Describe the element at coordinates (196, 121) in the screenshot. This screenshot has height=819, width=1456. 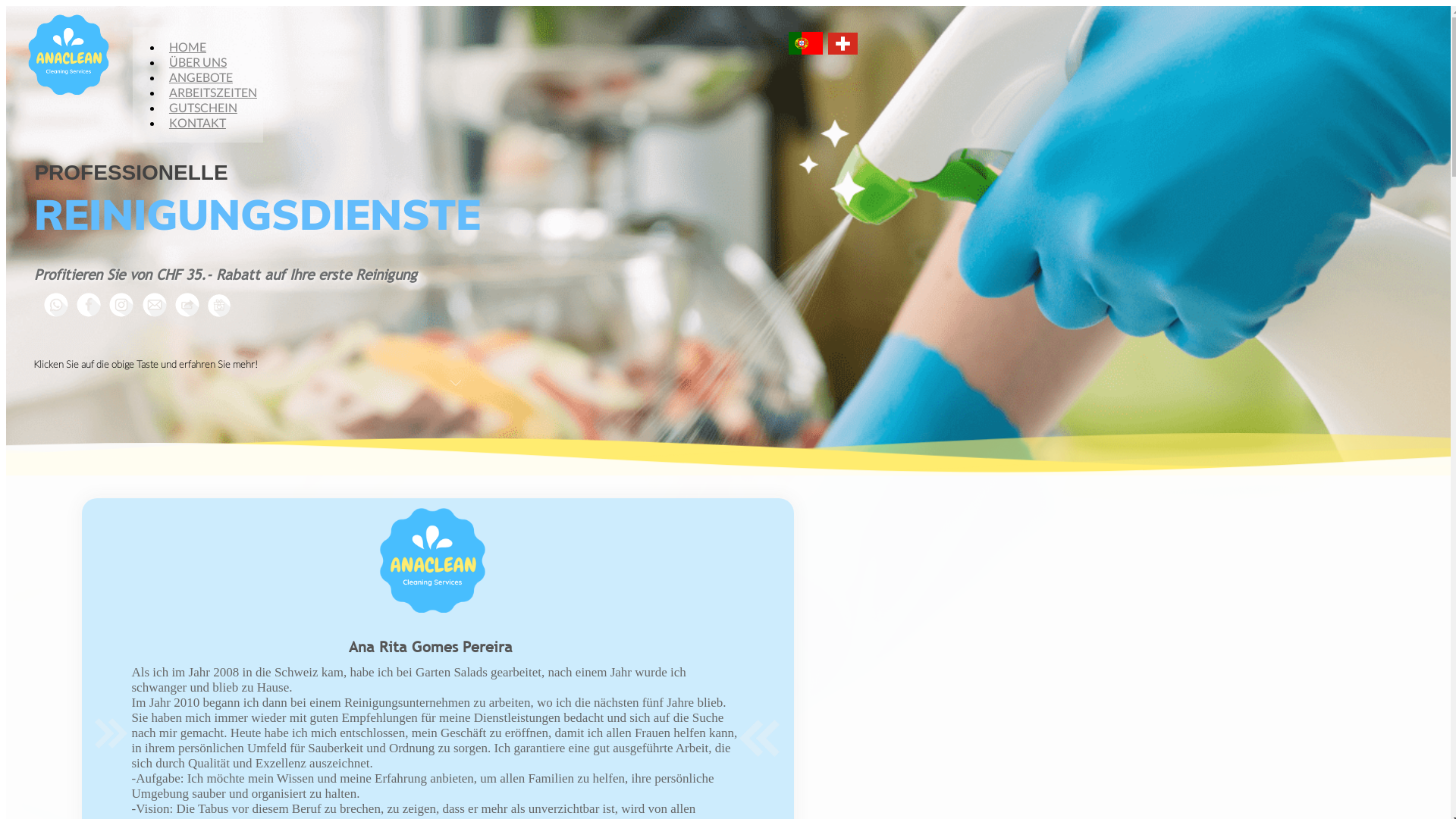
I see `'KONTAKT'` at that location.